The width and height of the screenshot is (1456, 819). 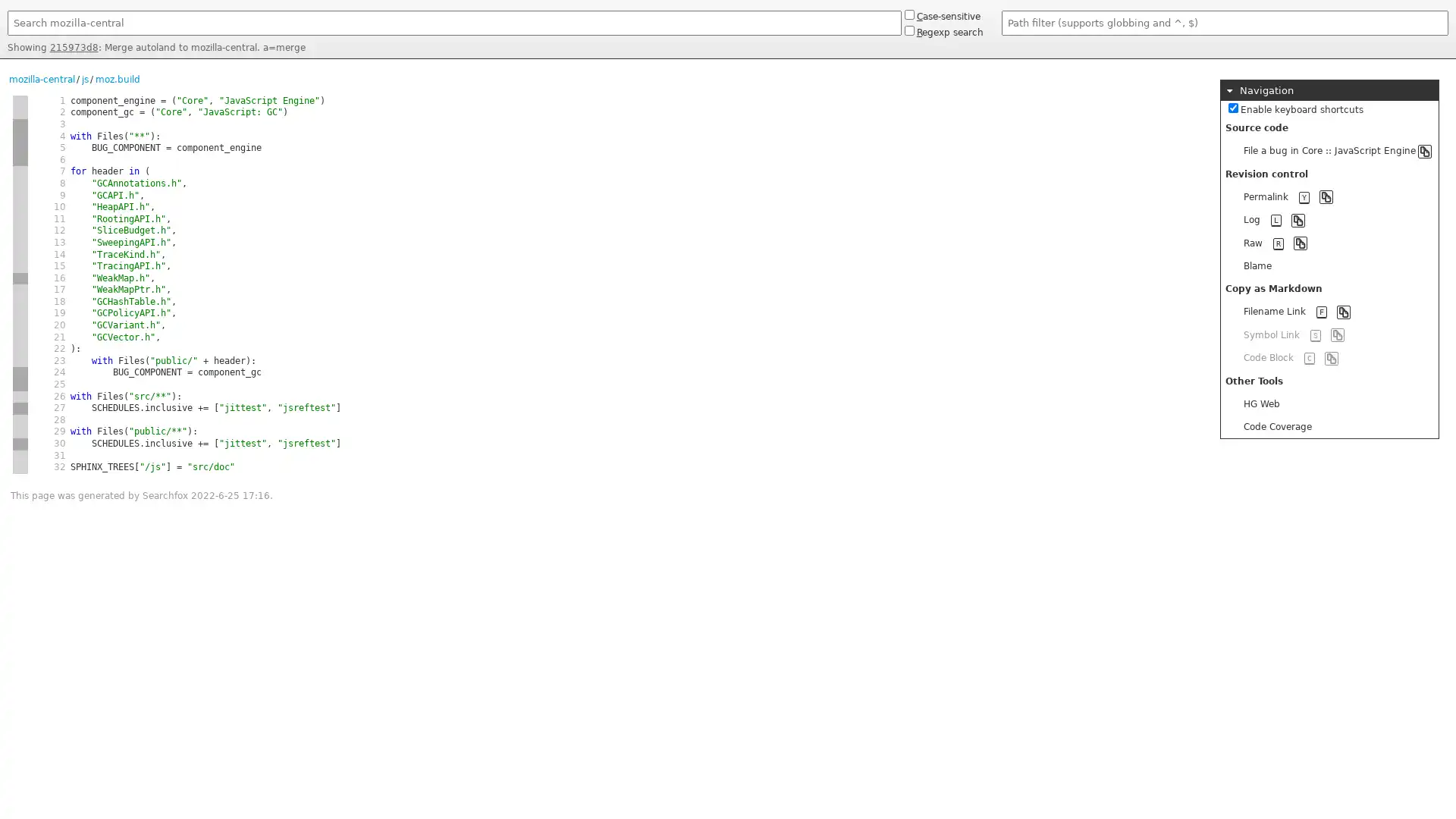 I want to click on same hash 1, so click(x=20, y=207).